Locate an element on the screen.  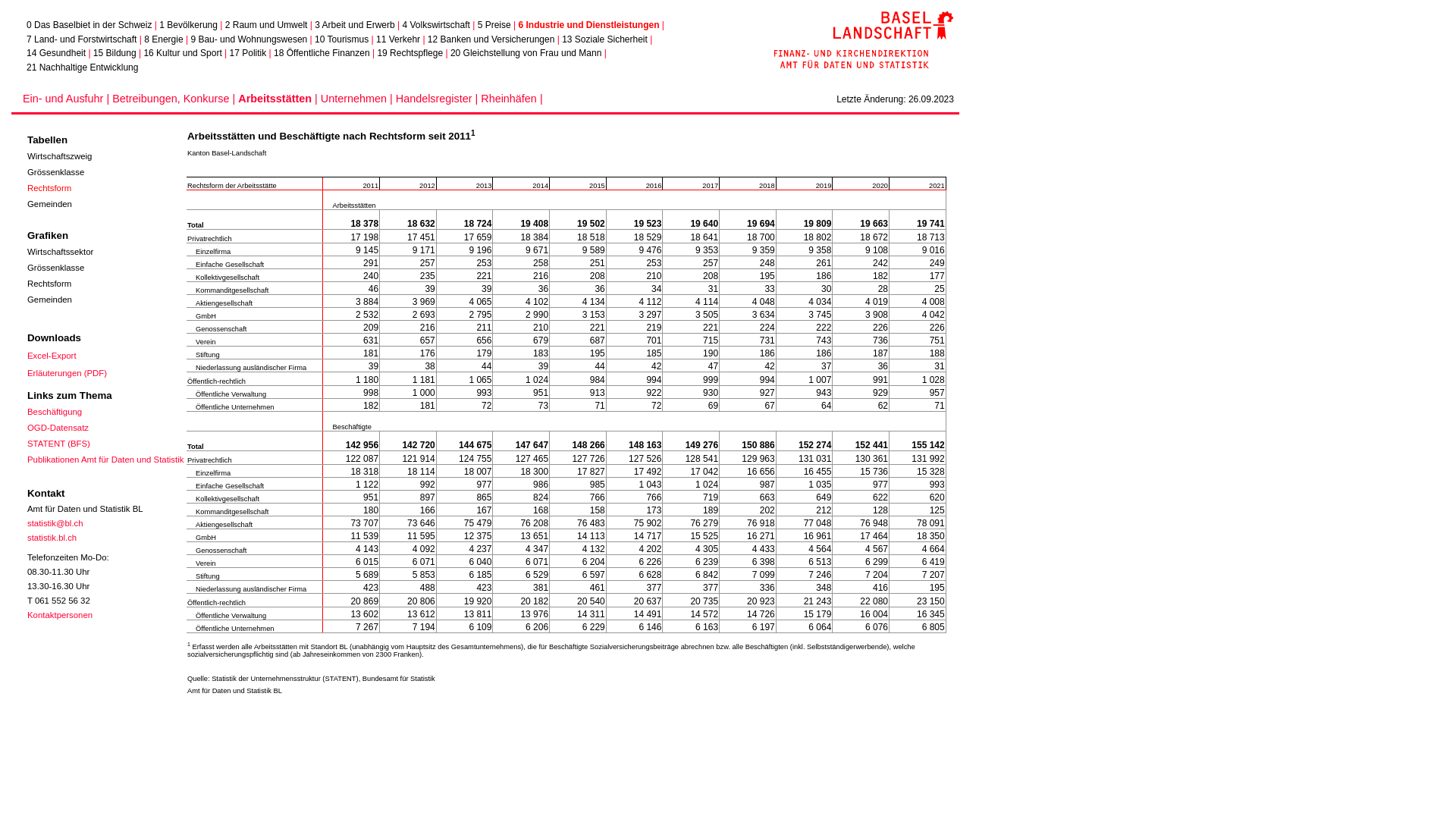
'17 Politik' is located at coordinates (248, 52).